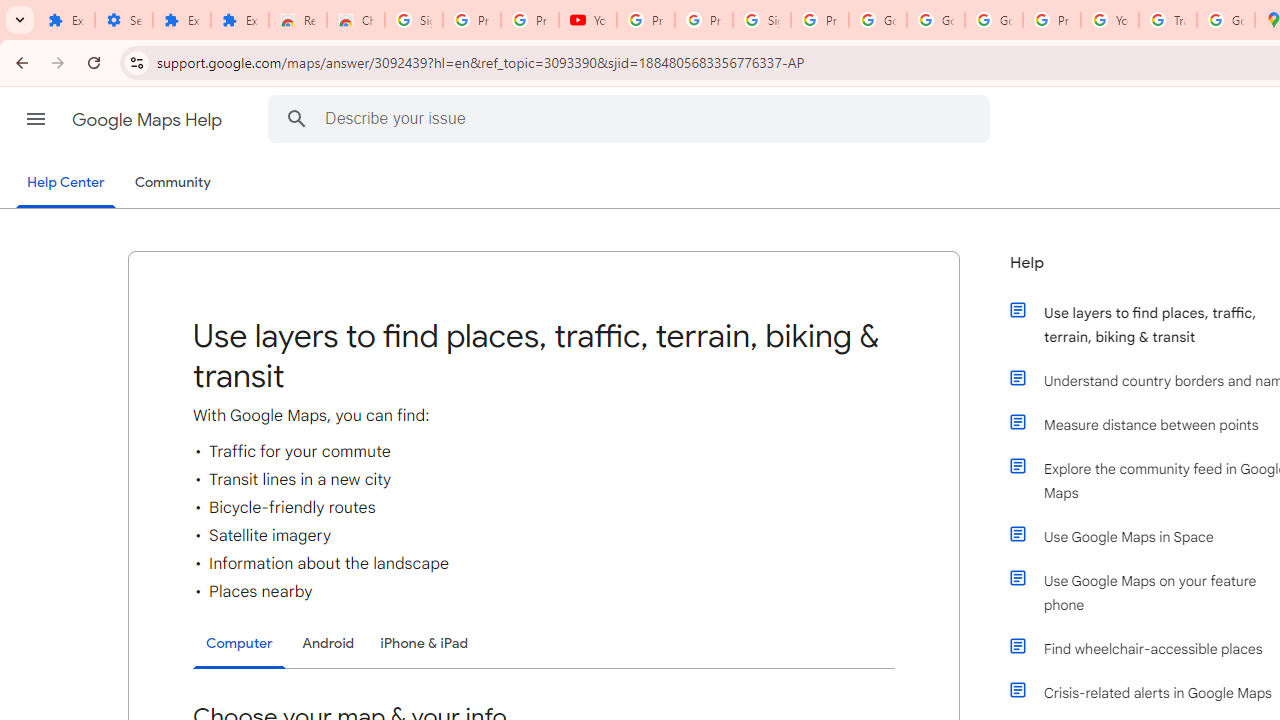  What do you see at coordinates (935, 20) in the screenshot?
I see `'Google Account'` at bounding box center [935, 20].